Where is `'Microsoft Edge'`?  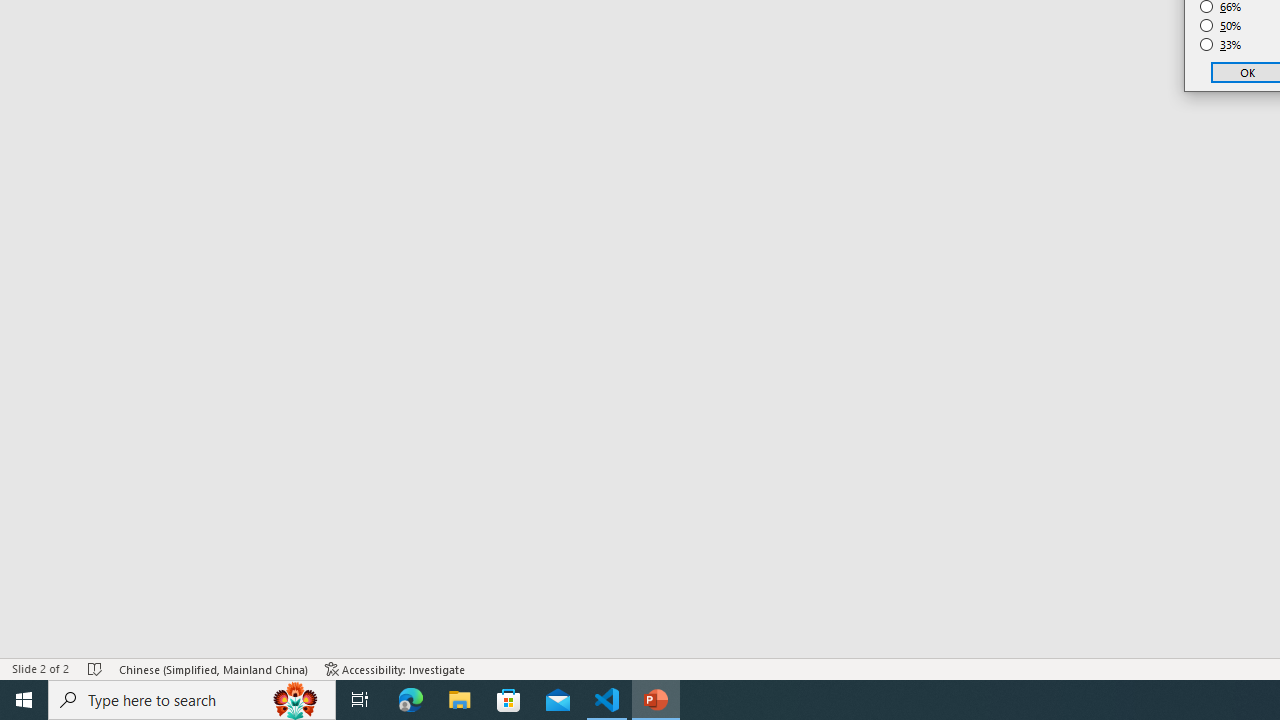 'Microsoft Edge' is located at coordinates (410, 698).